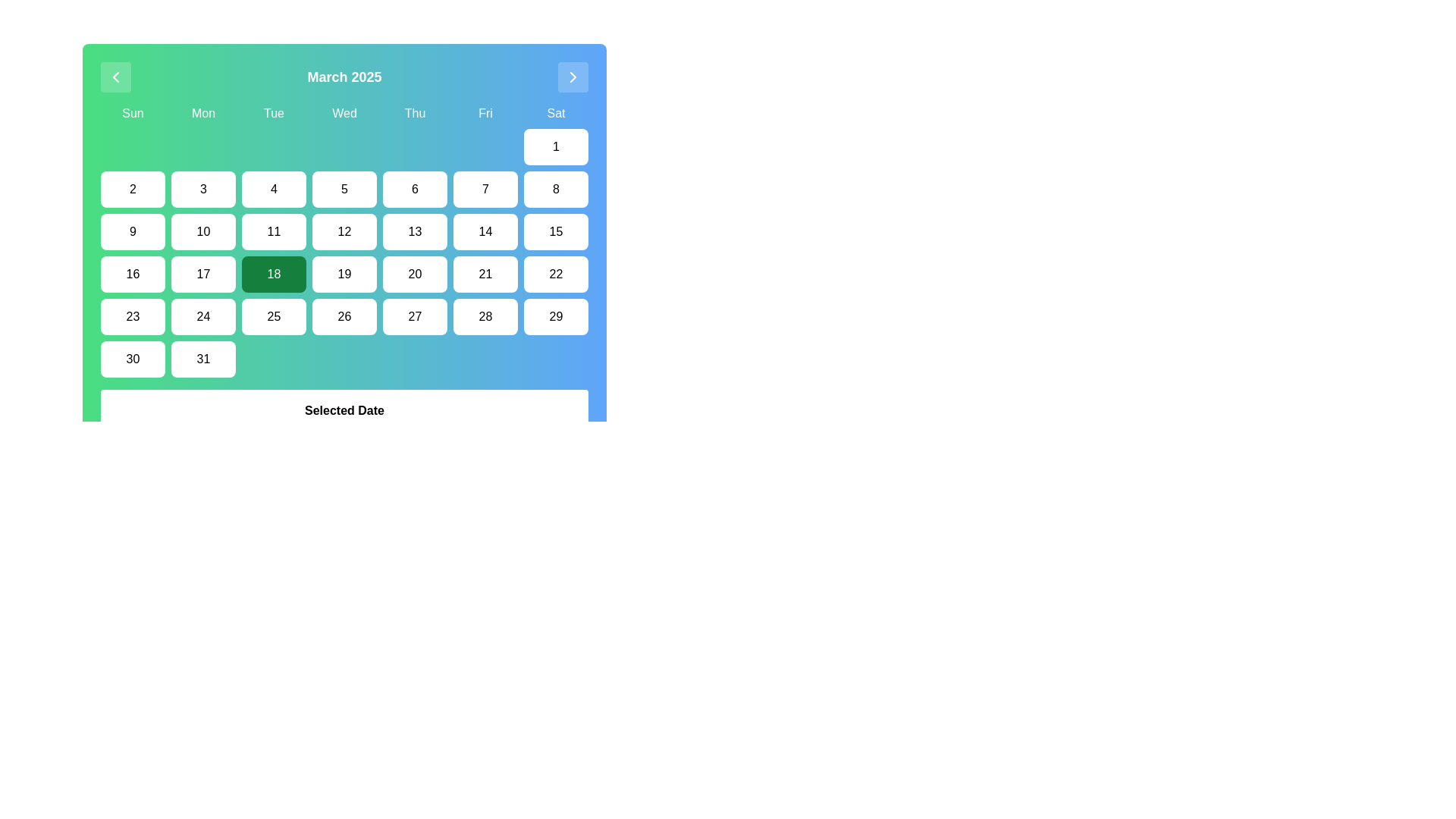  I want to click on the button representing the 12th day of the month in the calendar interface, located in the fourth column under the 'Wed' header to trigger the hover effect, so click(344, 231).